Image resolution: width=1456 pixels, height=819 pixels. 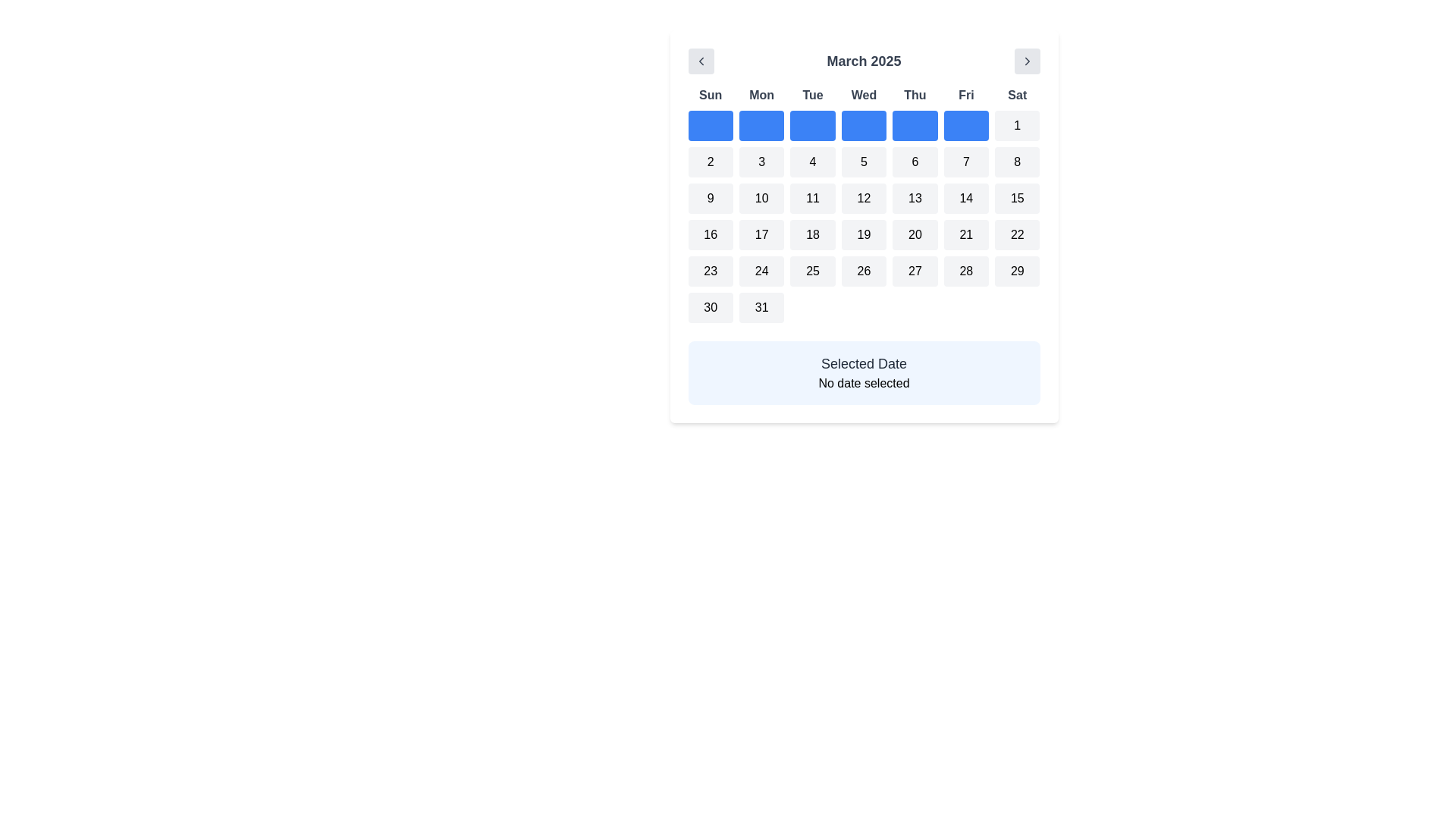 What do you see at coordinates (914, 124) in the screenshot?
I see `the blue button with rounded edges located under the 'Thu' column in the calendar grid` at bounding box center [914, 124].